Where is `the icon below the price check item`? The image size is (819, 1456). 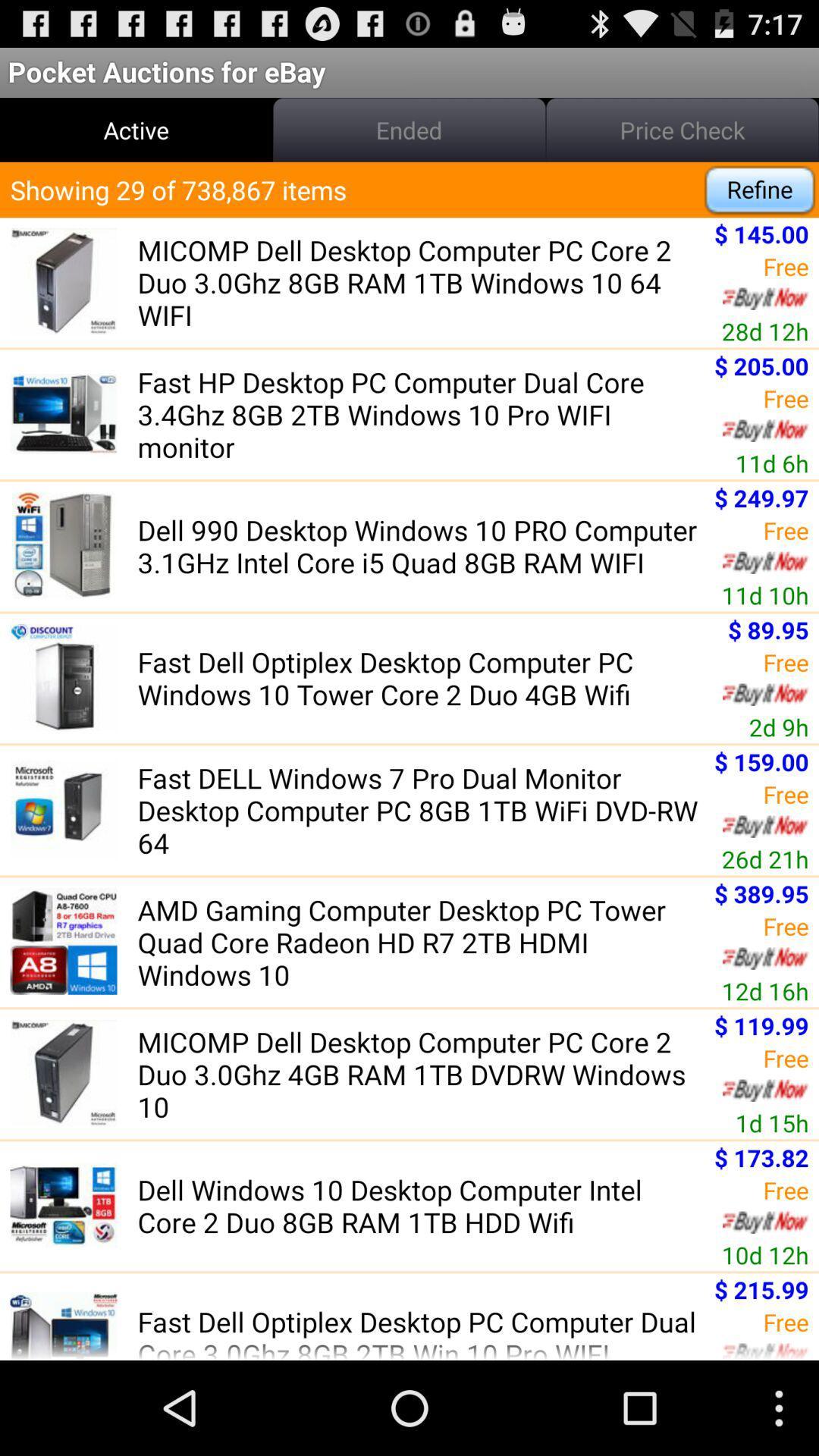 the icon below the price check item is located at coordinates (760, 189).